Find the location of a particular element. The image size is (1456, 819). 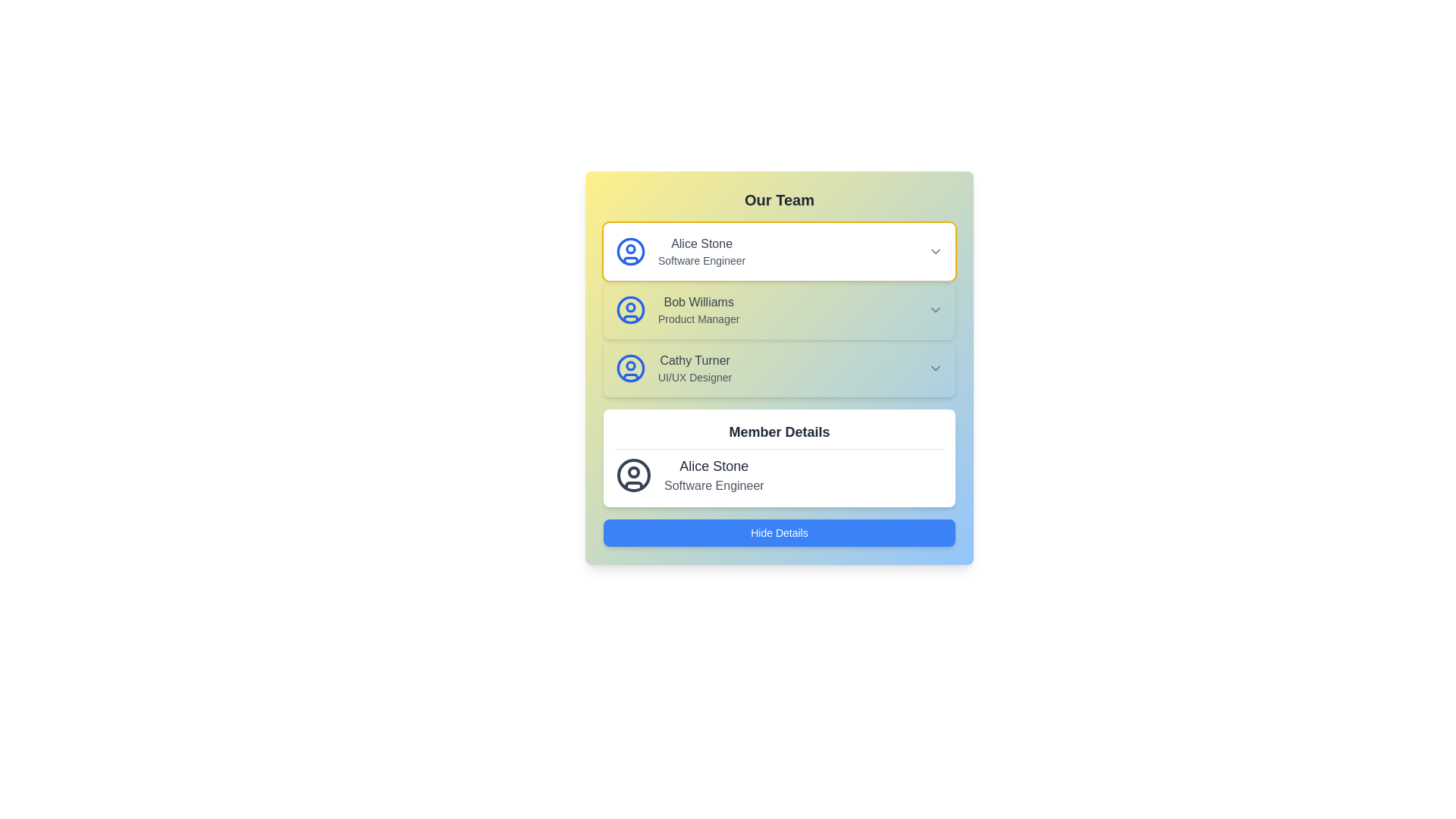

the circular graphic element within the user icon next to 'Alice Stone' in the 'Our Team' section is located at coordinates (630, 247).